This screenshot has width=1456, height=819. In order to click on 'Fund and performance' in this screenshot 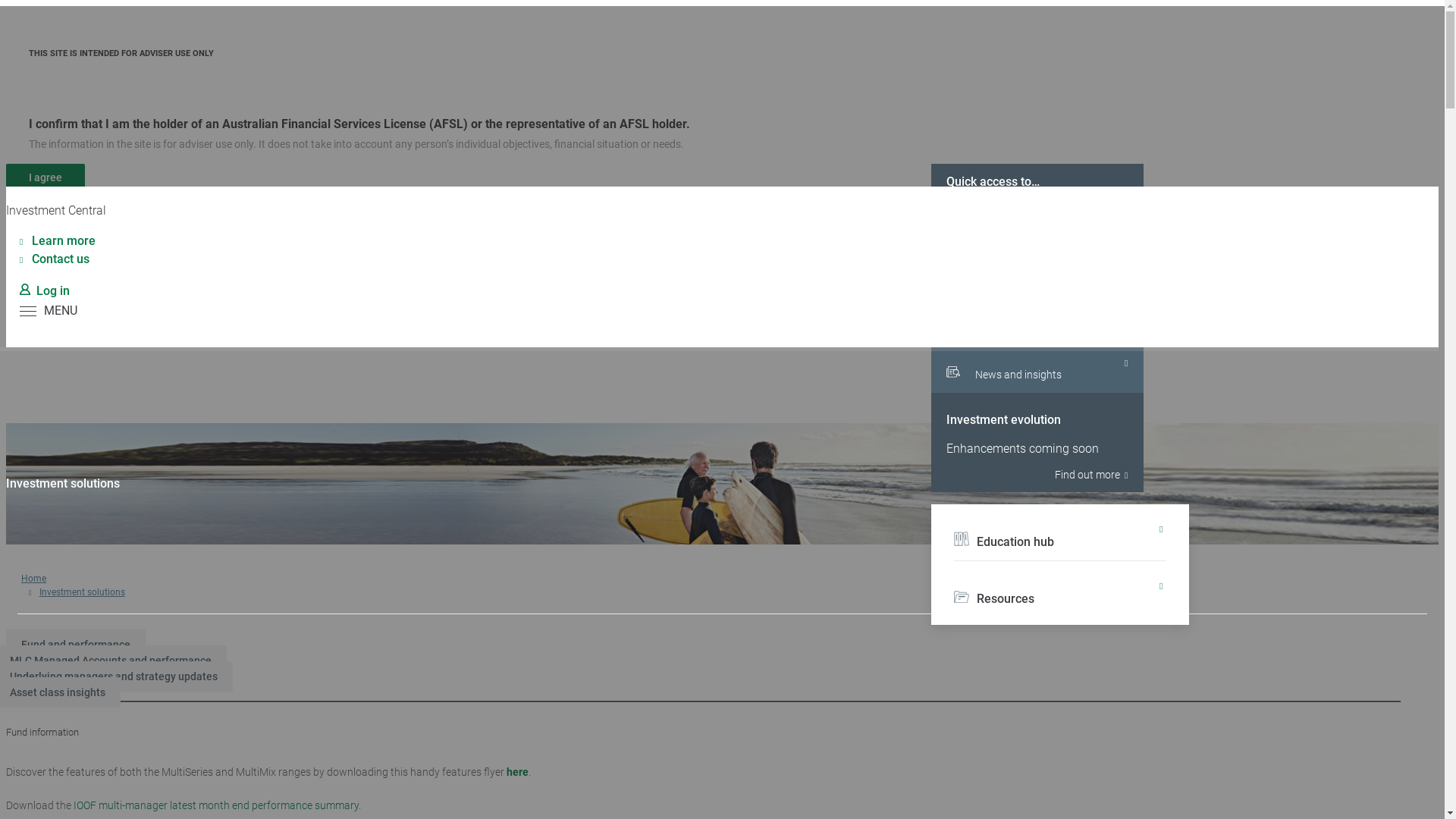, I will do `click(6, 644)`.